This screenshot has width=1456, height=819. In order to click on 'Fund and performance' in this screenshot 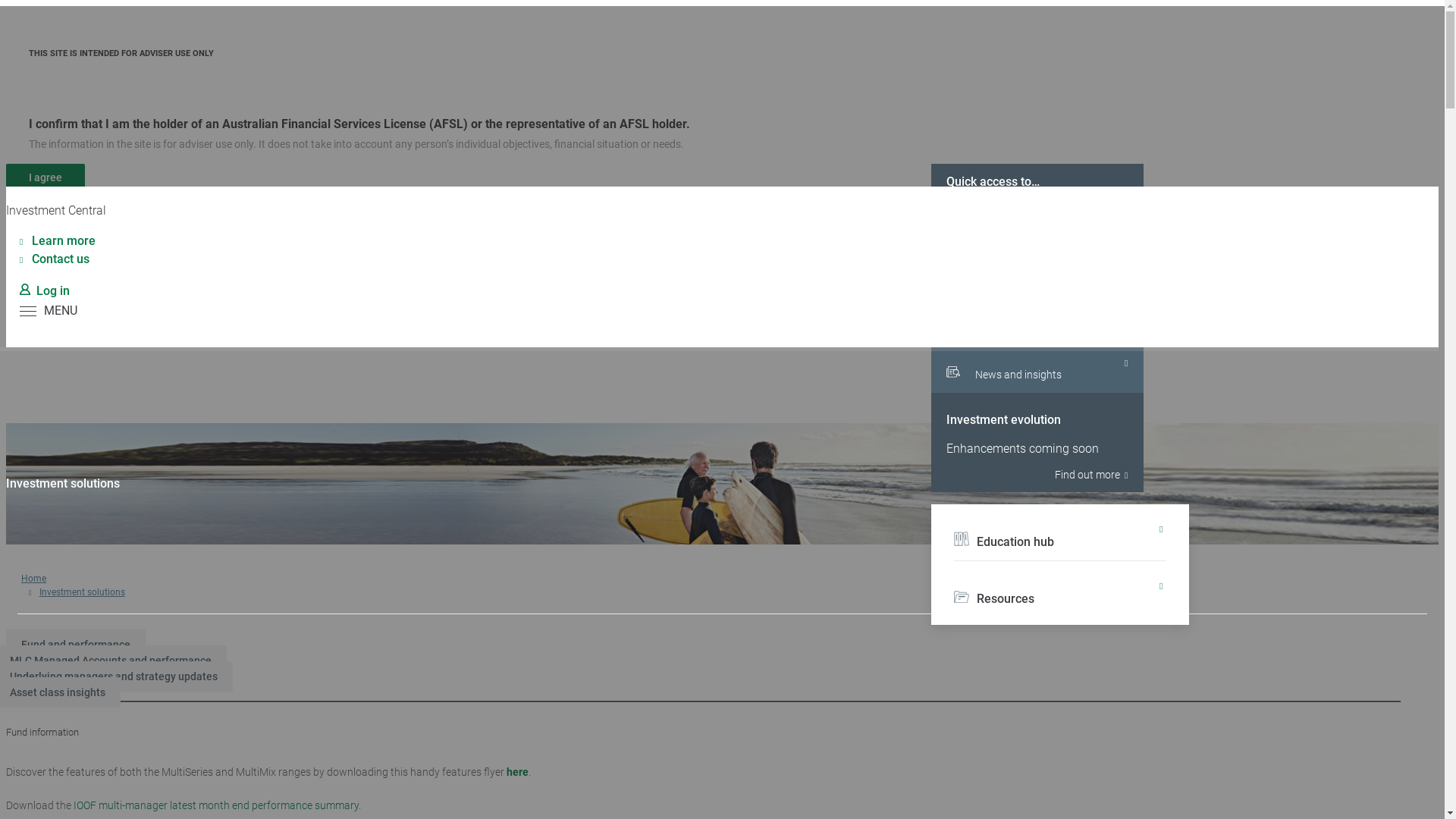, I will do `click(6, 644)`.